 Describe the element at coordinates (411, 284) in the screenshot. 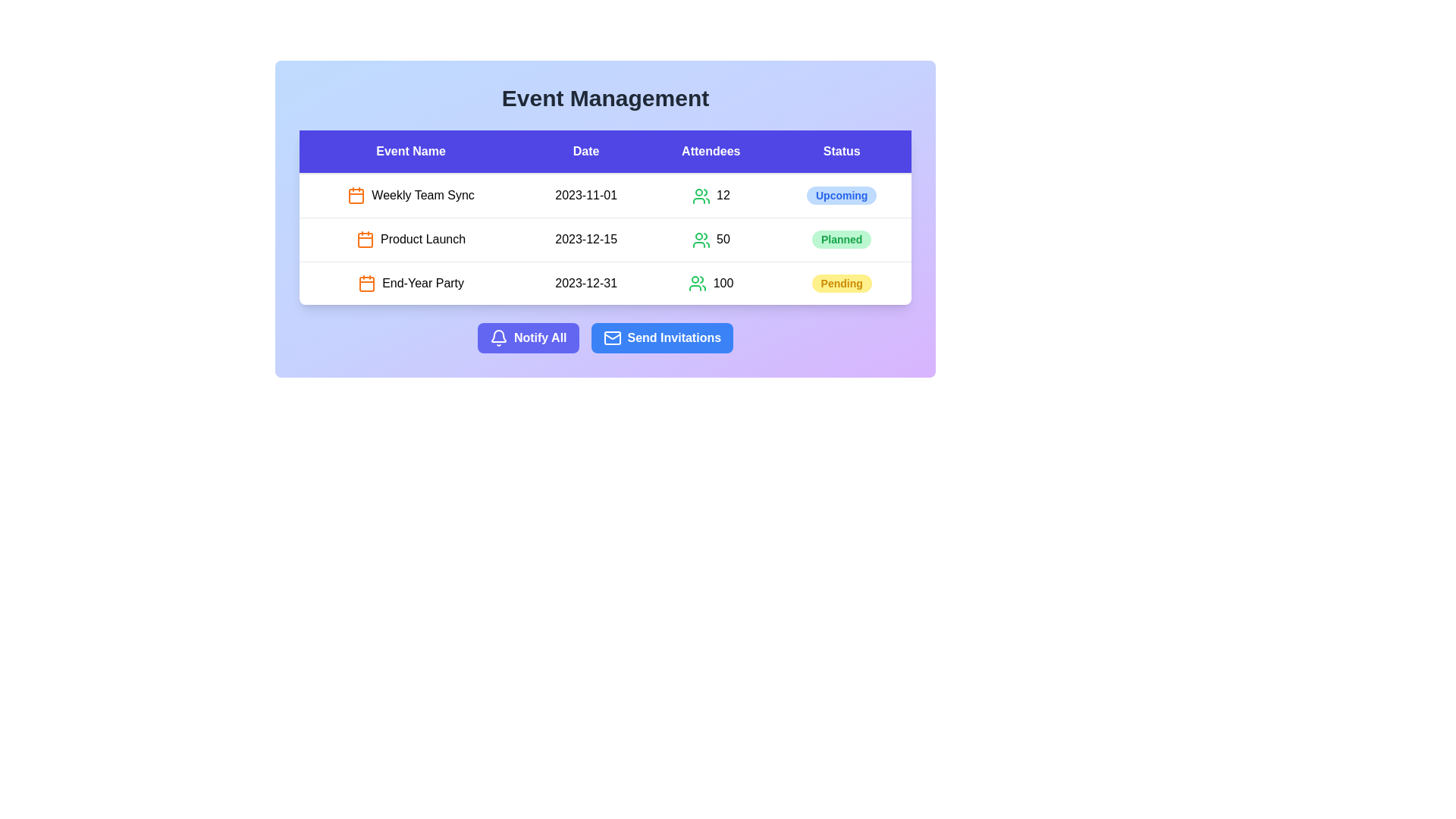

I see `the row corresponding to the event 'End-Year Party' to view its details` at that location.